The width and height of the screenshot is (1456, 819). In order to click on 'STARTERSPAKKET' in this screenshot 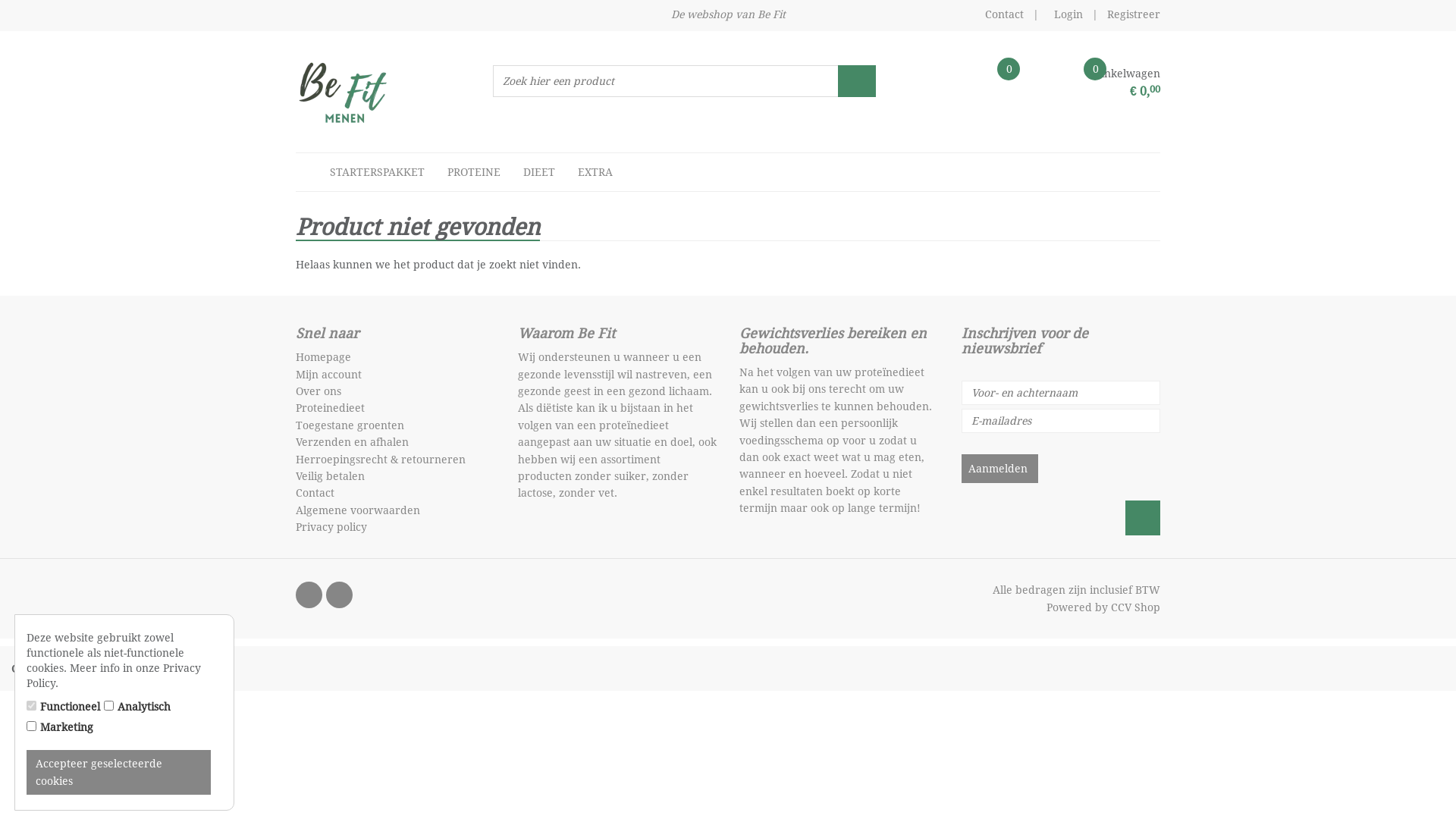, I will do `click(377, 171)`.